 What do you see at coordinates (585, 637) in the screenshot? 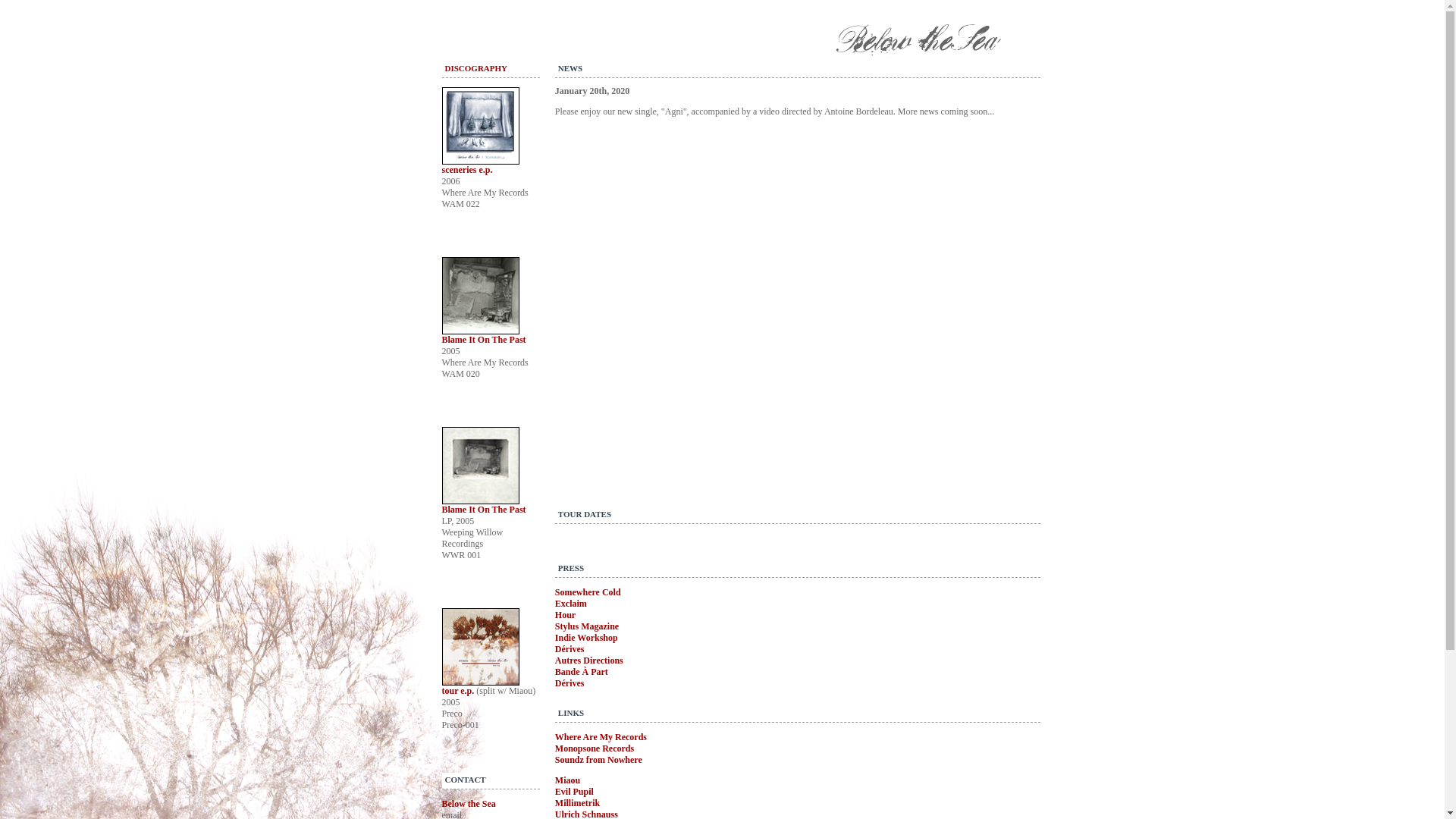
I see `'Indie Workshop'` at bounding box center [585, 637].